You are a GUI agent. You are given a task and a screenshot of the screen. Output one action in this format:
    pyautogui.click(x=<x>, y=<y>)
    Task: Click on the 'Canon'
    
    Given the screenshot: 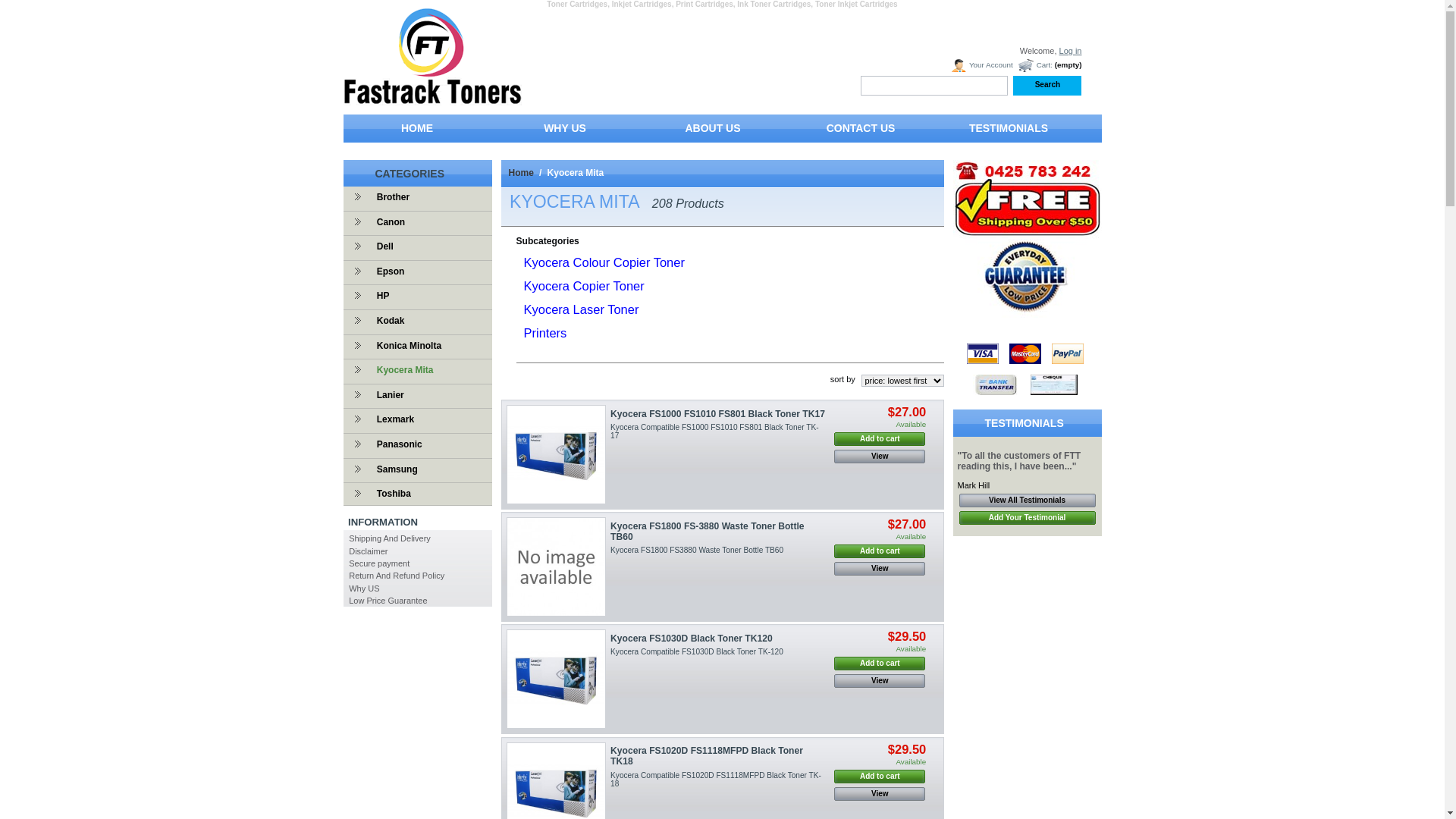 What is the action you would take?
    pyautogui.click(x=387, y=222)
    